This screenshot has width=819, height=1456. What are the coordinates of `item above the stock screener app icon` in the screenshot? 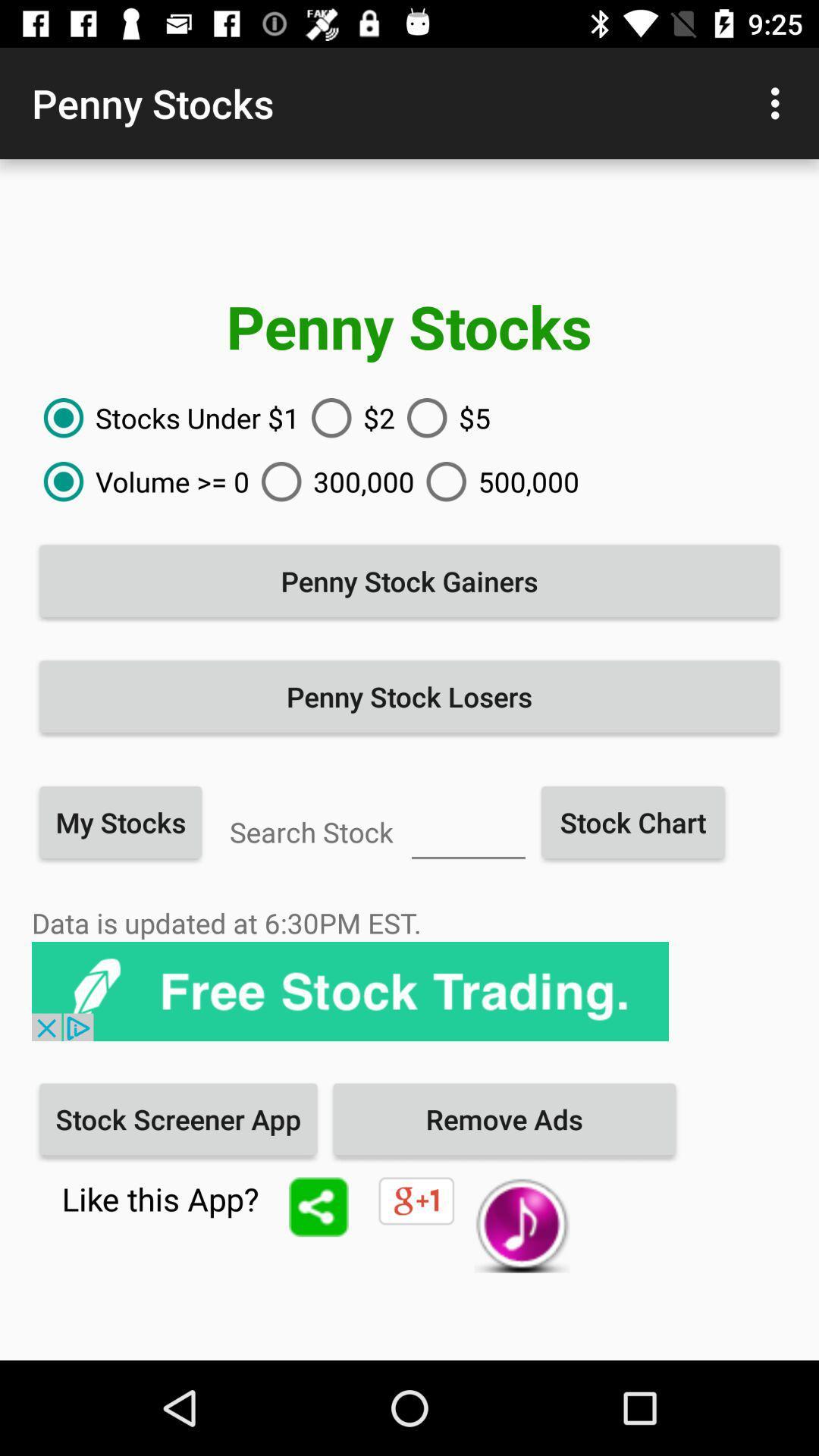 It's located at (350, 991).